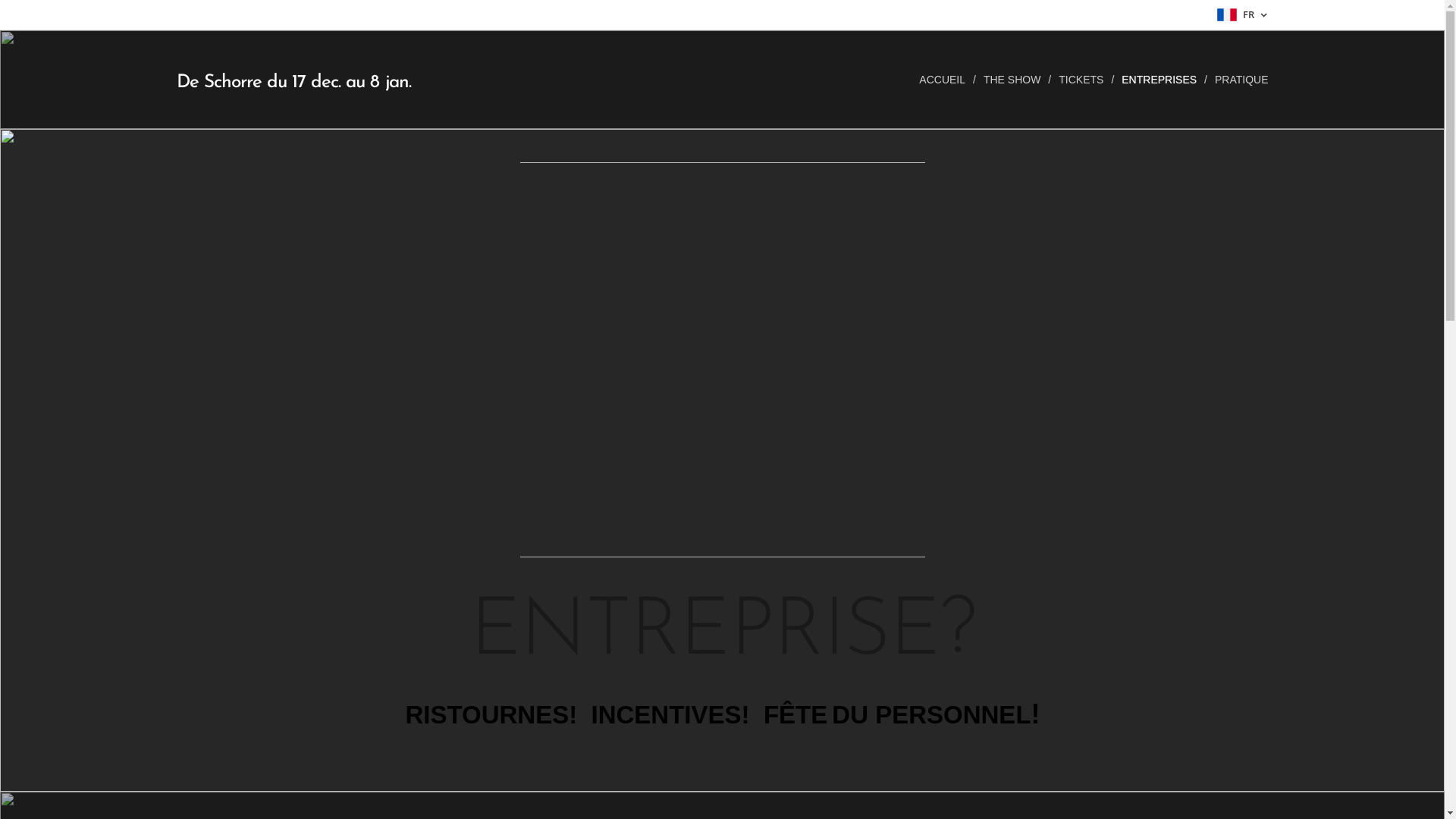 This screenshot has width=1456, height=819. Describe the element at coordinates (293, 79) in the screenshot. I see `'De Schorre du 17 dec. au 8 jan.'` at that location.